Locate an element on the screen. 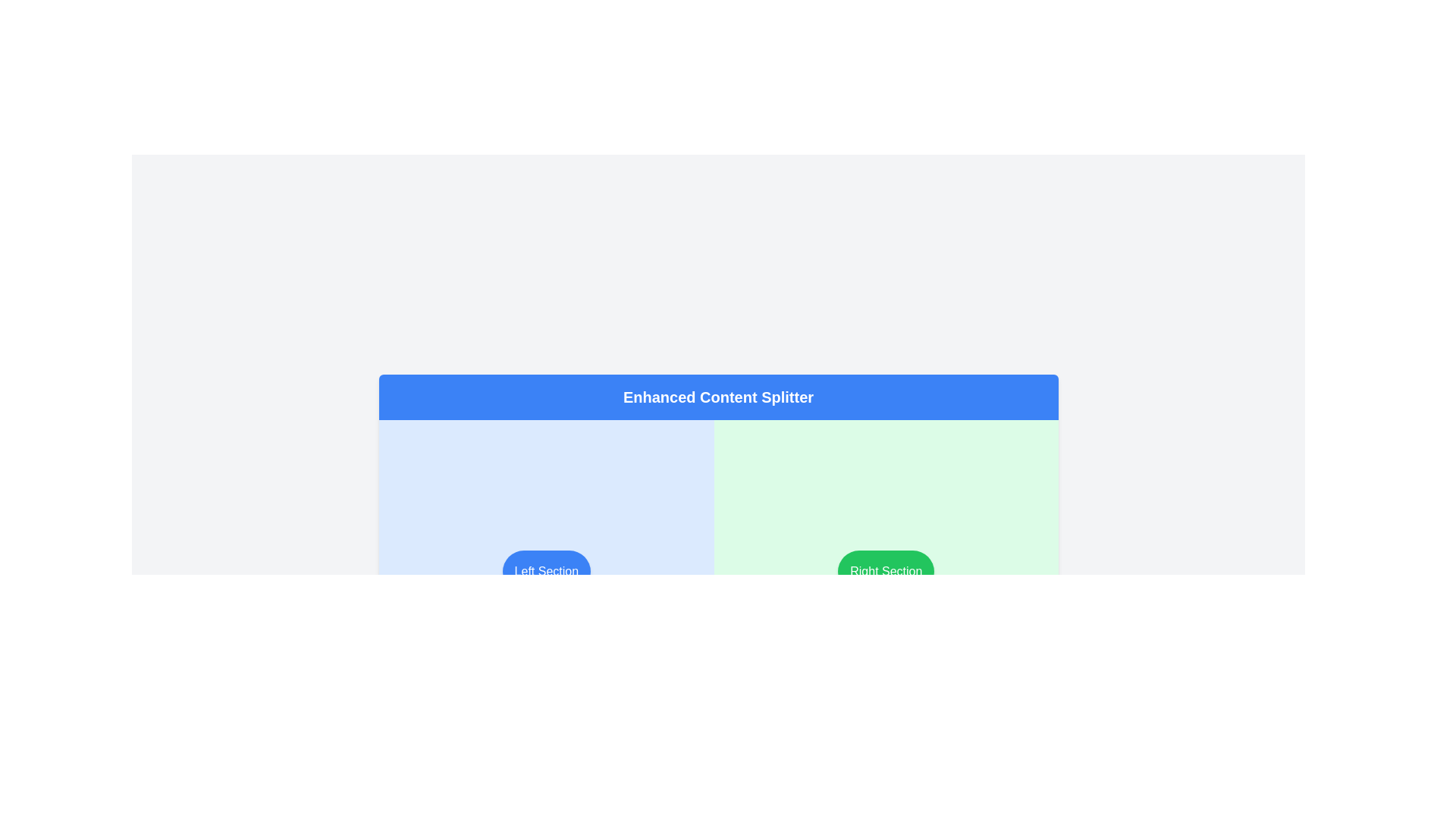  the 'Right Section' button using keyboard navigation is located at coordinates (886, 571).